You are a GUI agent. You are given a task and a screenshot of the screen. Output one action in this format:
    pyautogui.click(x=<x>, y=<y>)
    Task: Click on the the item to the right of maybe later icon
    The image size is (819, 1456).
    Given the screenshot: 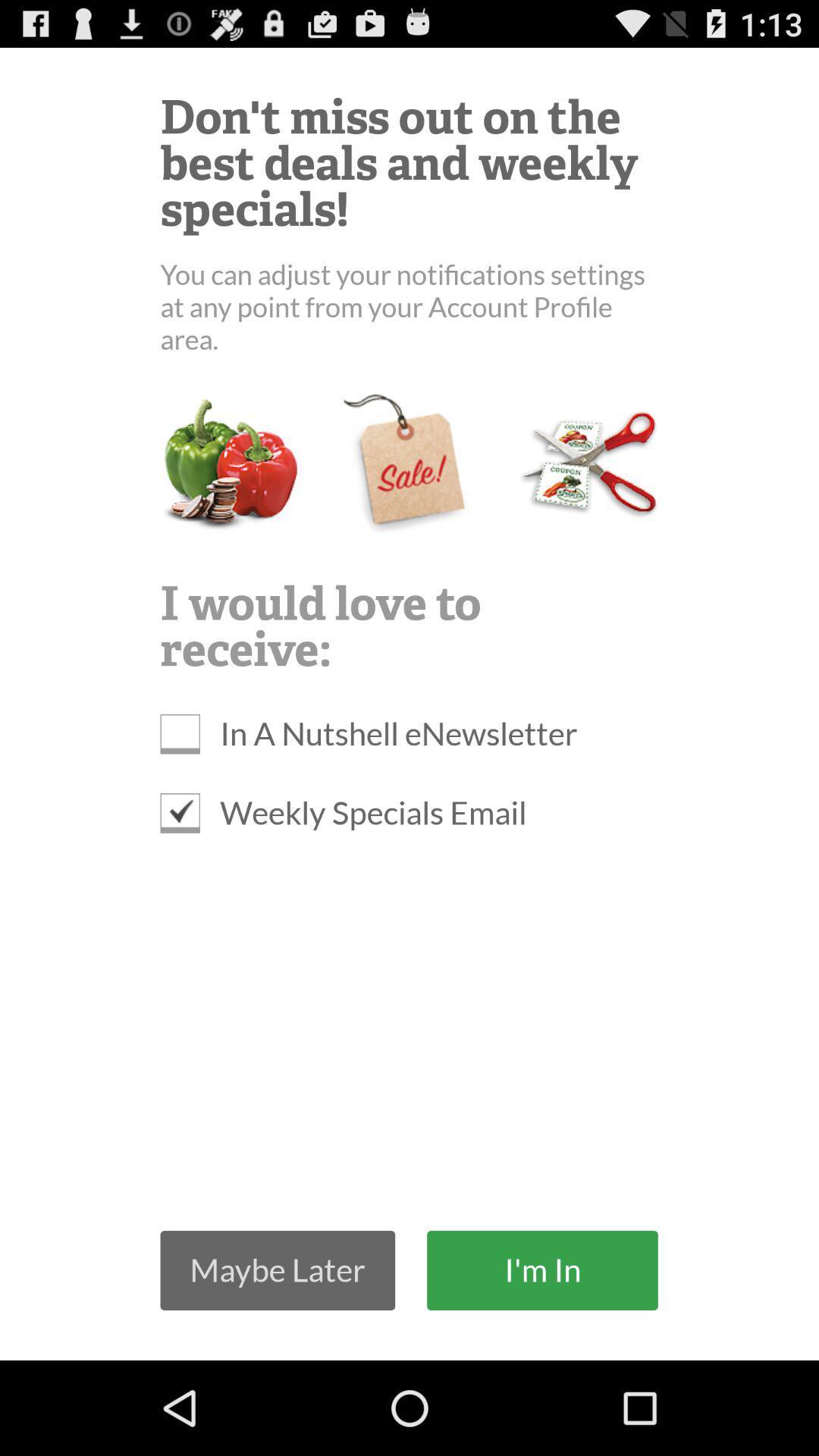 What is the action you would take?
    pyautogui.click(x=541, y=1270)
    